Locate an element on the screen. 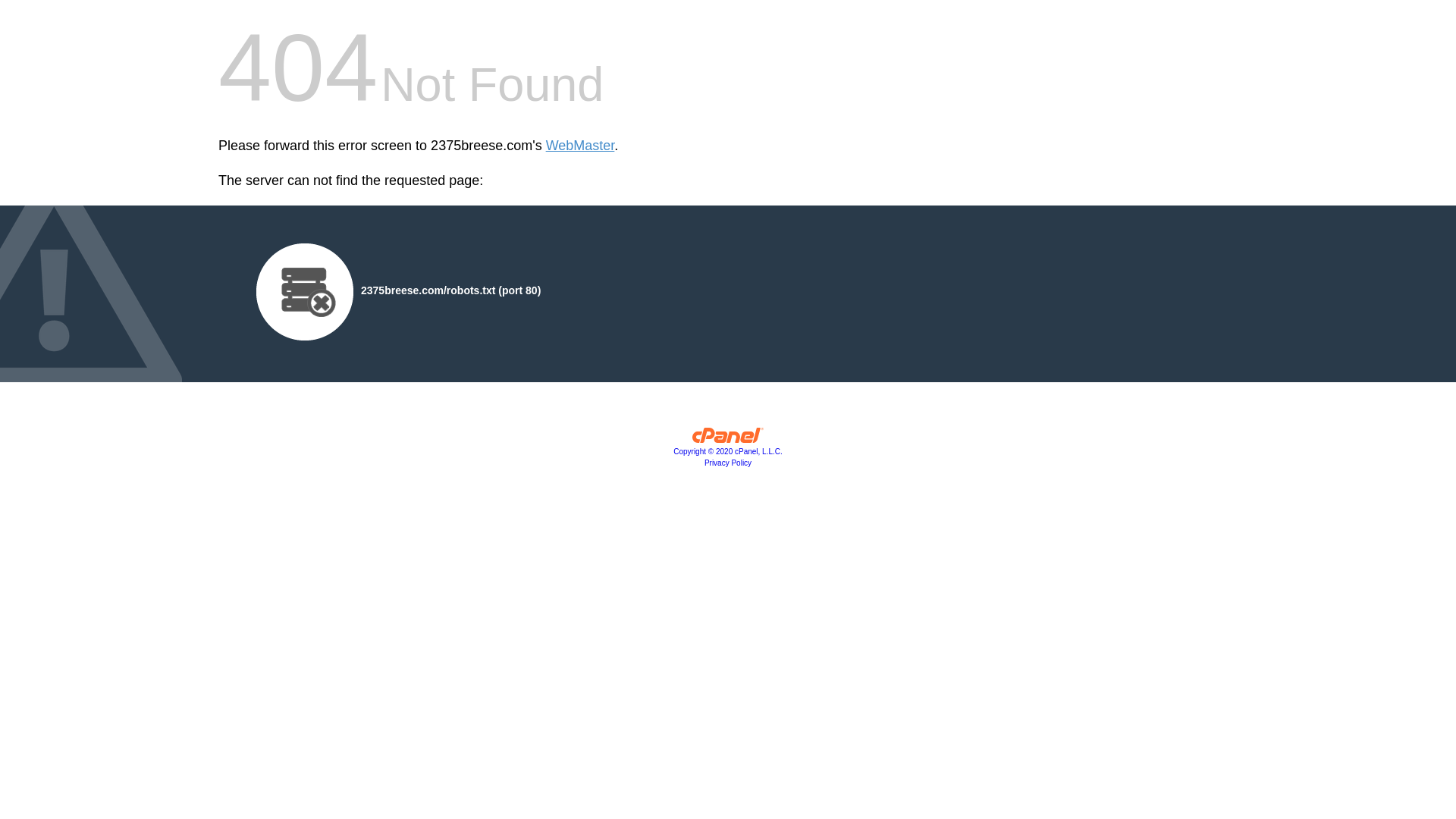 The height and width of the screenshot is (819, 1456). 'WebMaster' is located at coordinates (579, 146).